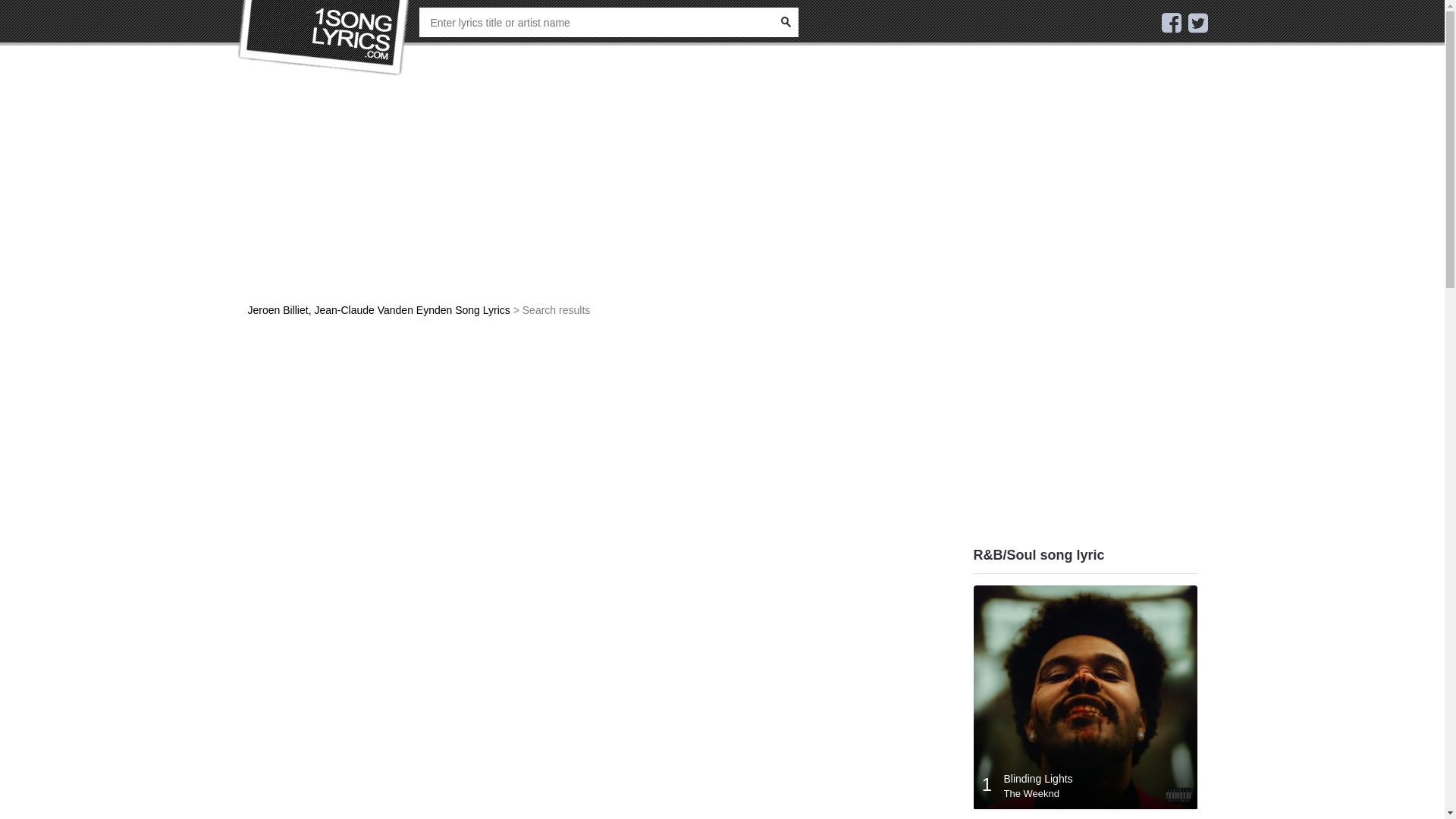 This screenshot has height=819, width=1456. What do you see at coordinates (973, 318) in the screenshot?
I see `'Advertisement'` at bounding box center [973, 318].